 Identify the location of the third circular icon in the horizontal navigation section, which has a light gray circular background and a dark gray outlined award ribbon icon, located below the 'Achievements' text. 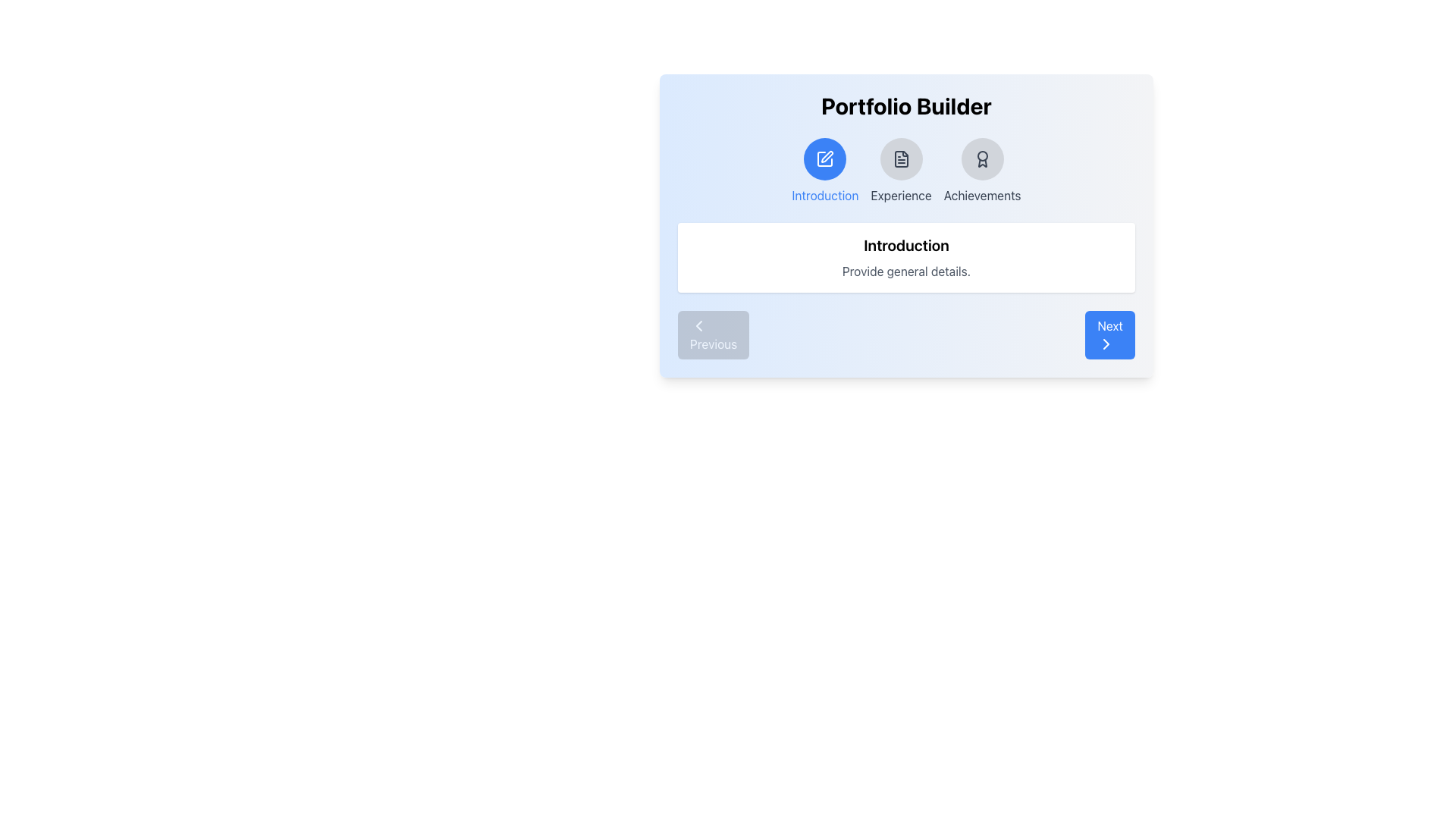
(982, 158).